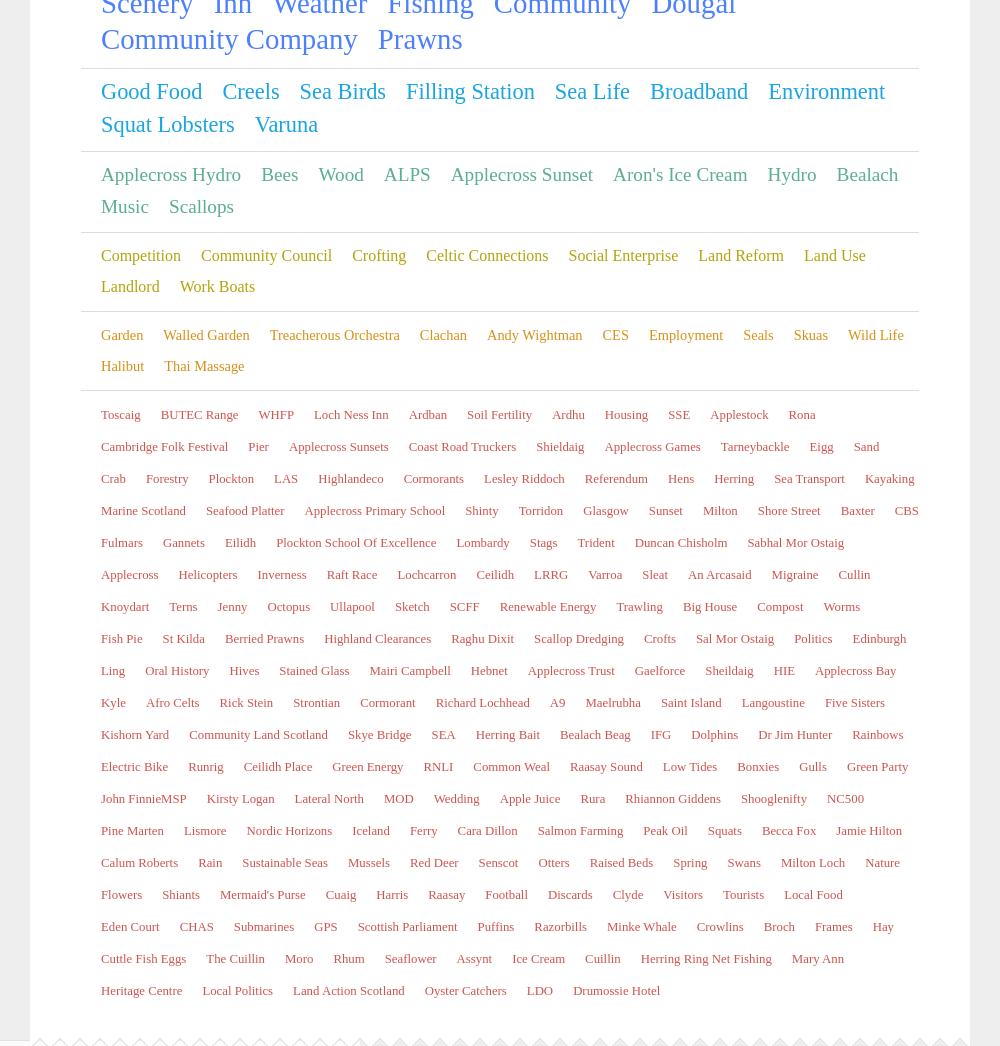  I want to click on 'Applecross', so click(118, 997).